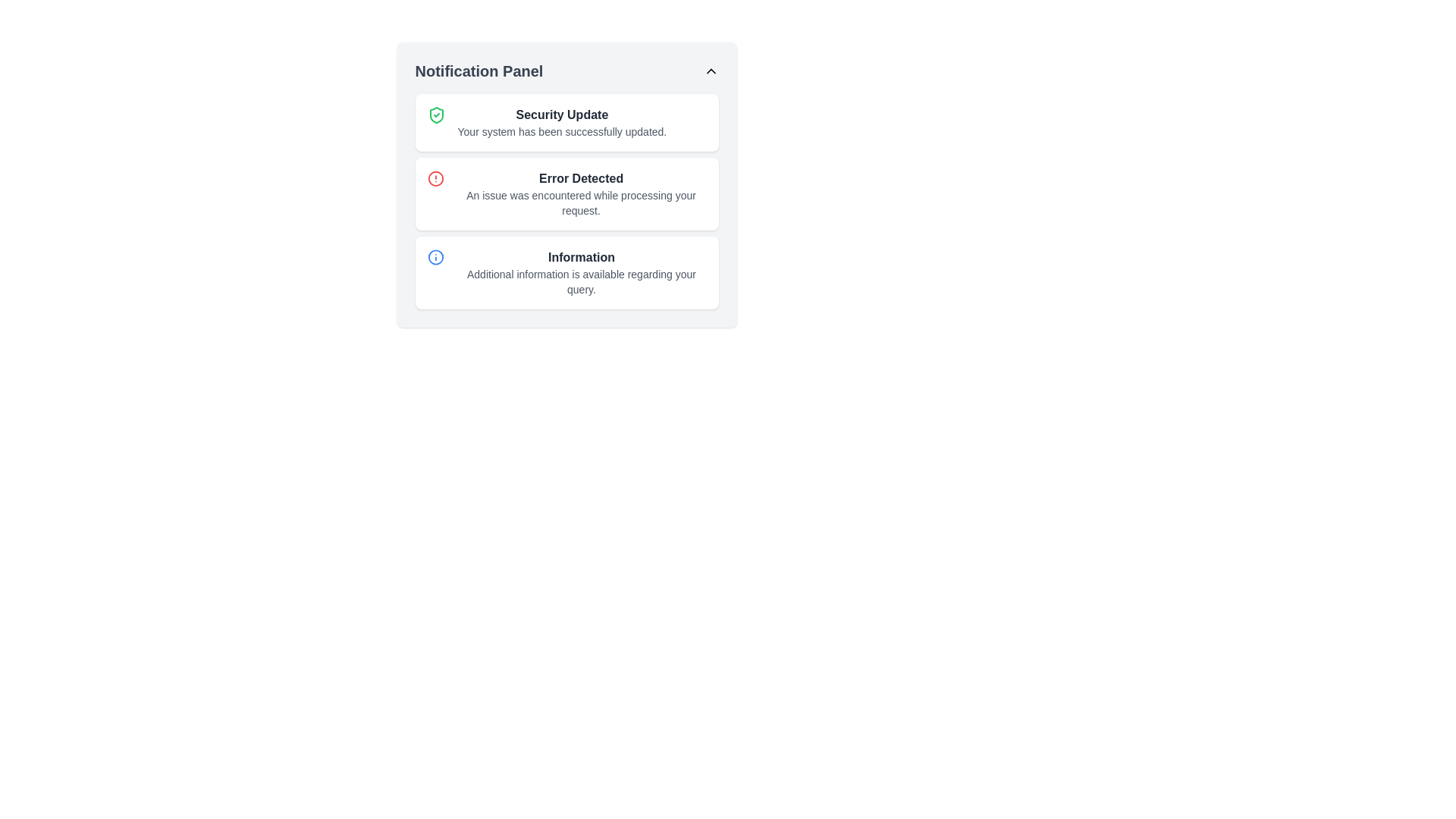 This screenshot has height=819, width=1456. Describe the element at coordinates (581, 256) in the screenshot. I see `the heading text in the Notification Panel that denotes the type of notification, positioned above the additional information text` at that location.